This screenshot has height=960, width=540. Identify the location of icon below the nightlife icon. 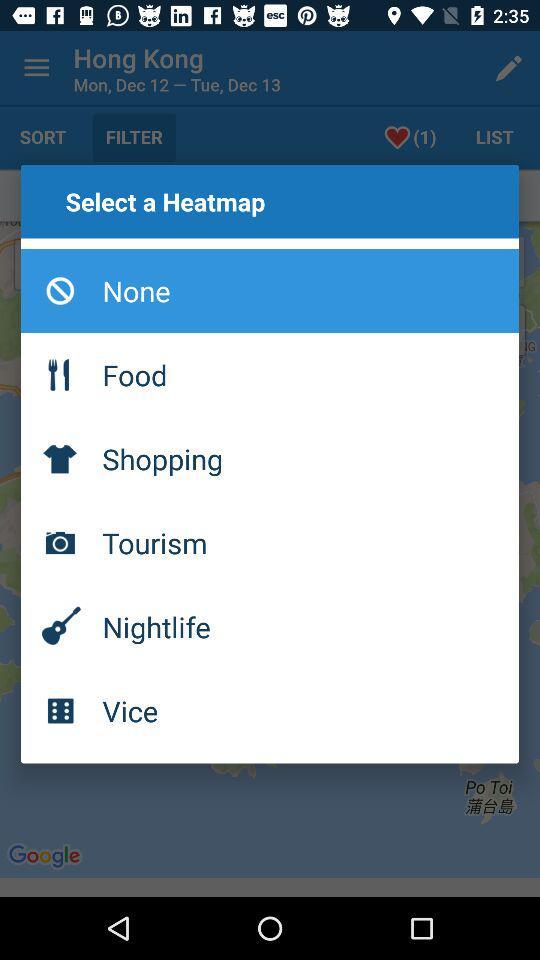
(270, 710).